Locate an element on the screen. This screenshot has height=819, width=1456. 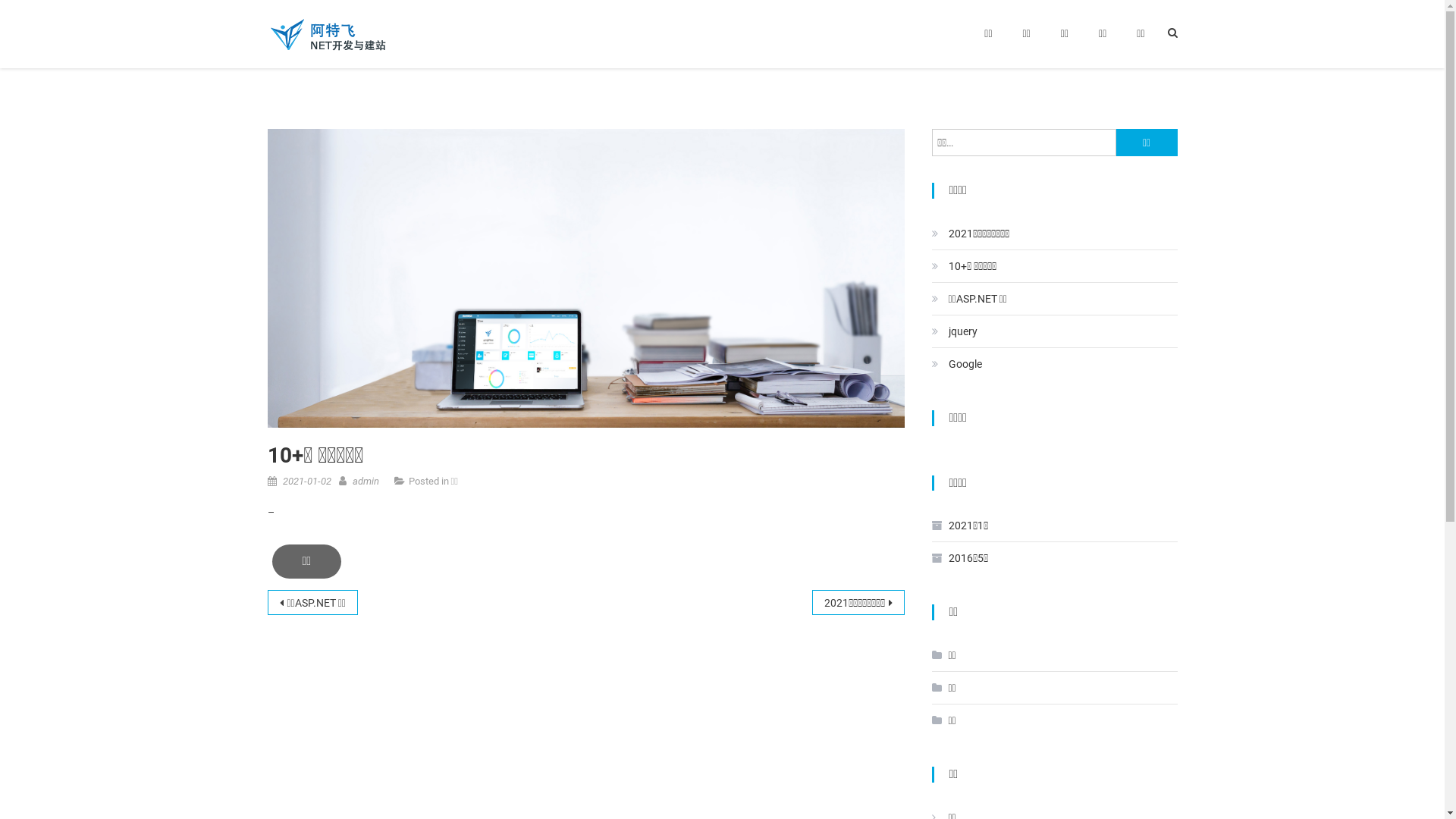
'admin' is located at coordinates (365, 481).